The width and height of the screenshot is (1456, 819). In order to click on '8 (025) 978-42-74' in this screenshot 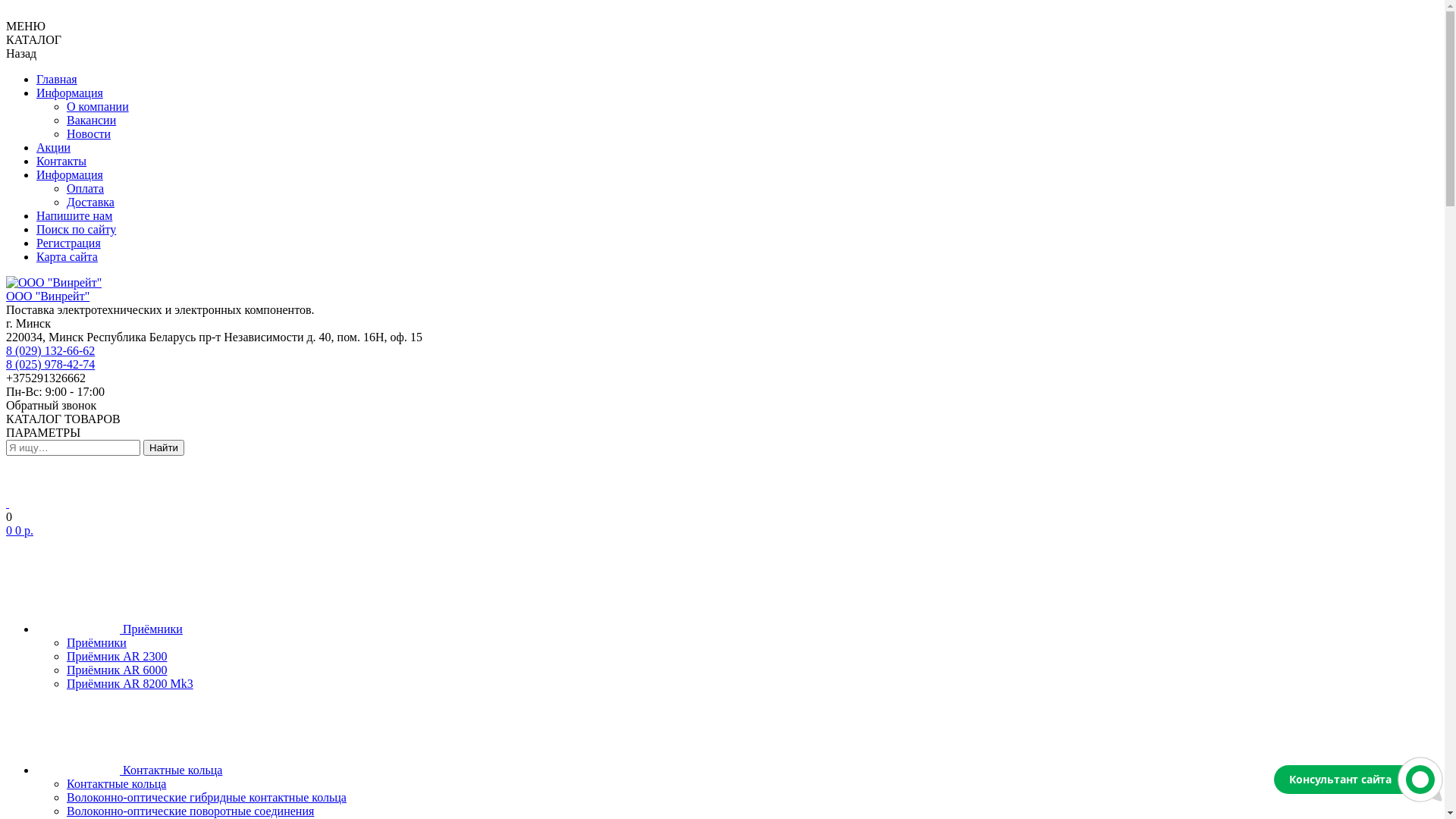, I will do `click(50, 364)`.